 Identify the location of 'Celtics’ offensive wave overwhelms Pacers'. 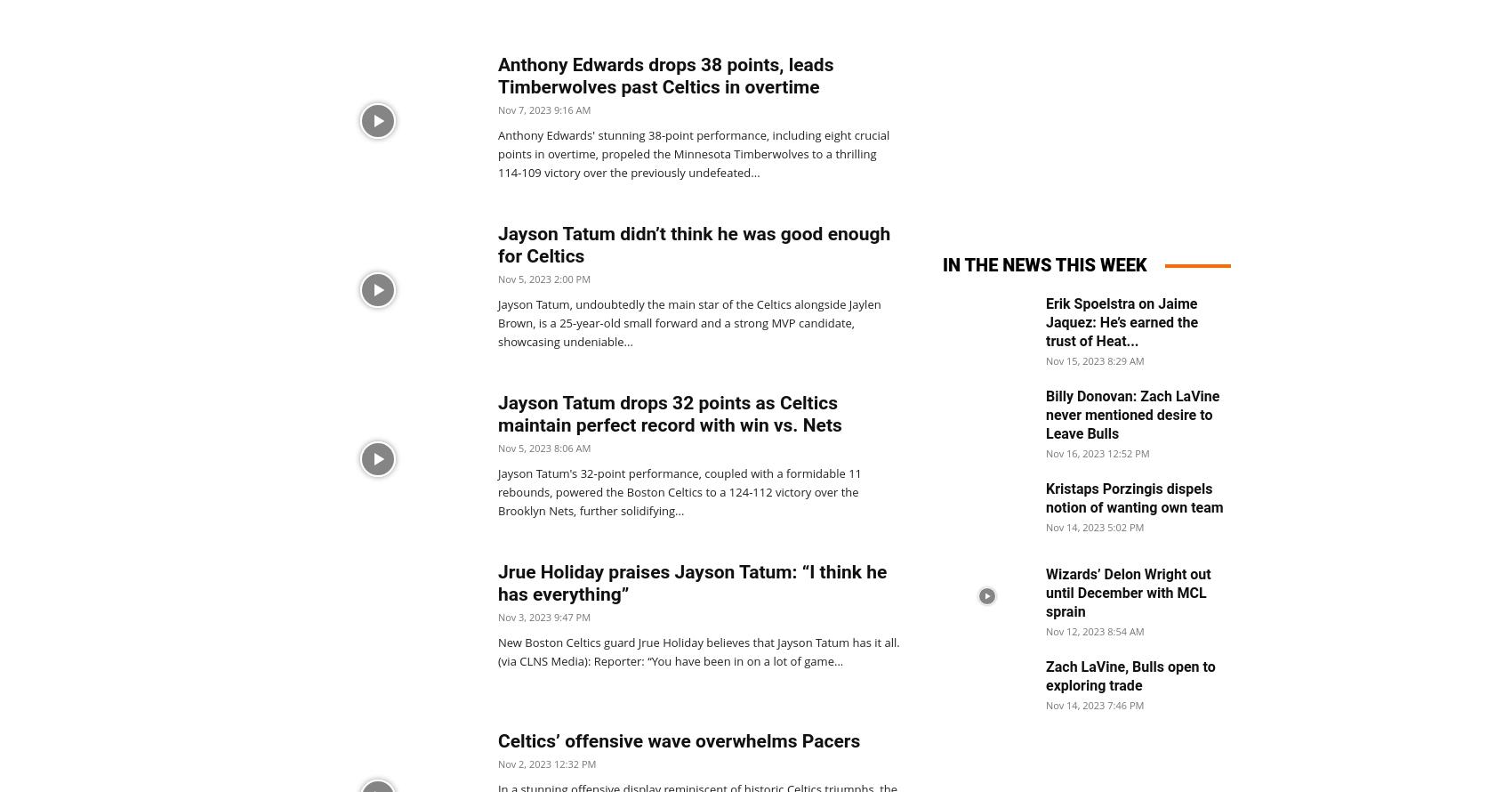
(678, 740).